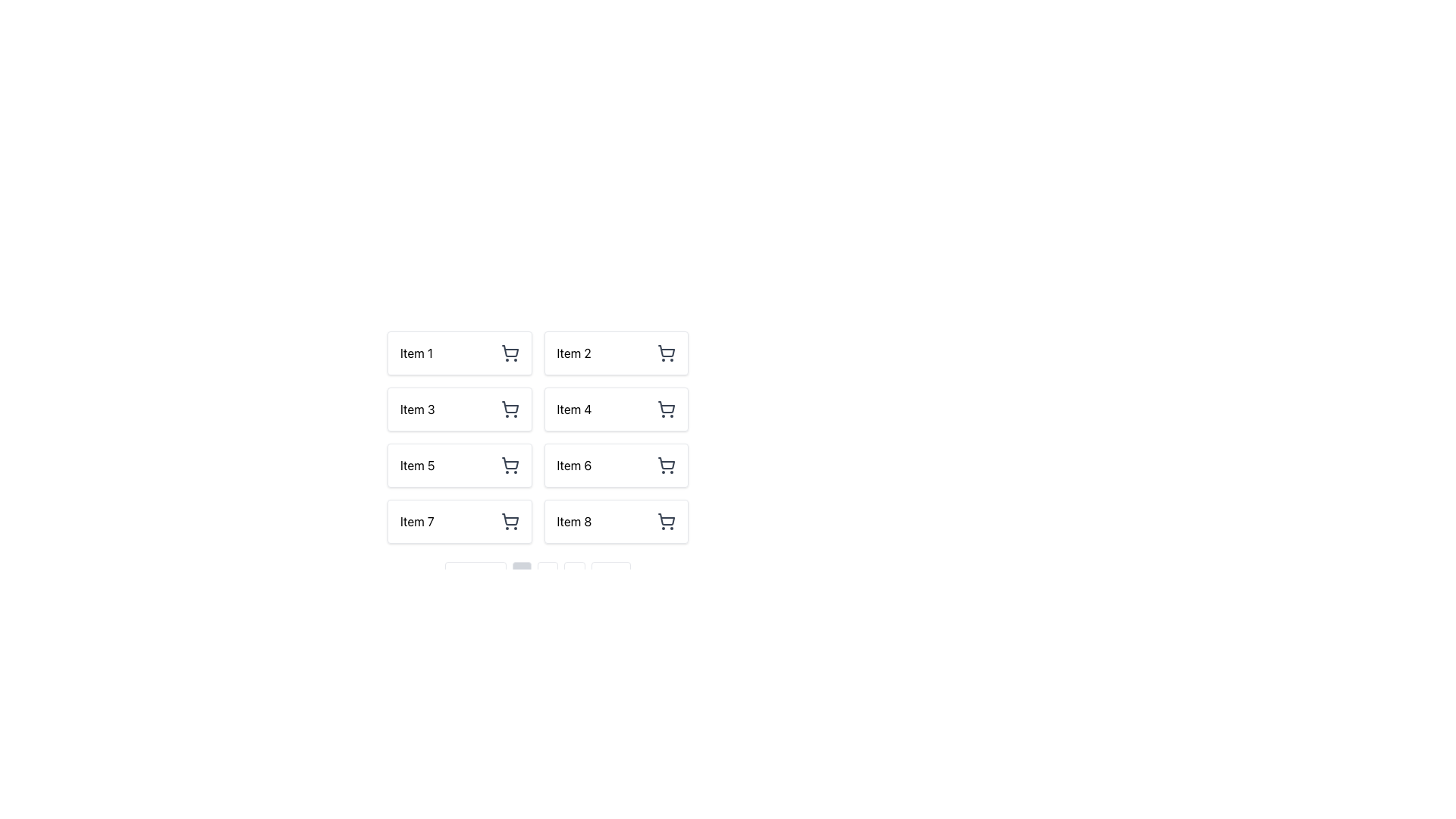  Describe the element at coordinates (510, 520) in the screenshot. I see `the shopping cart icon located within the cell for 'Item 7'` at that location.